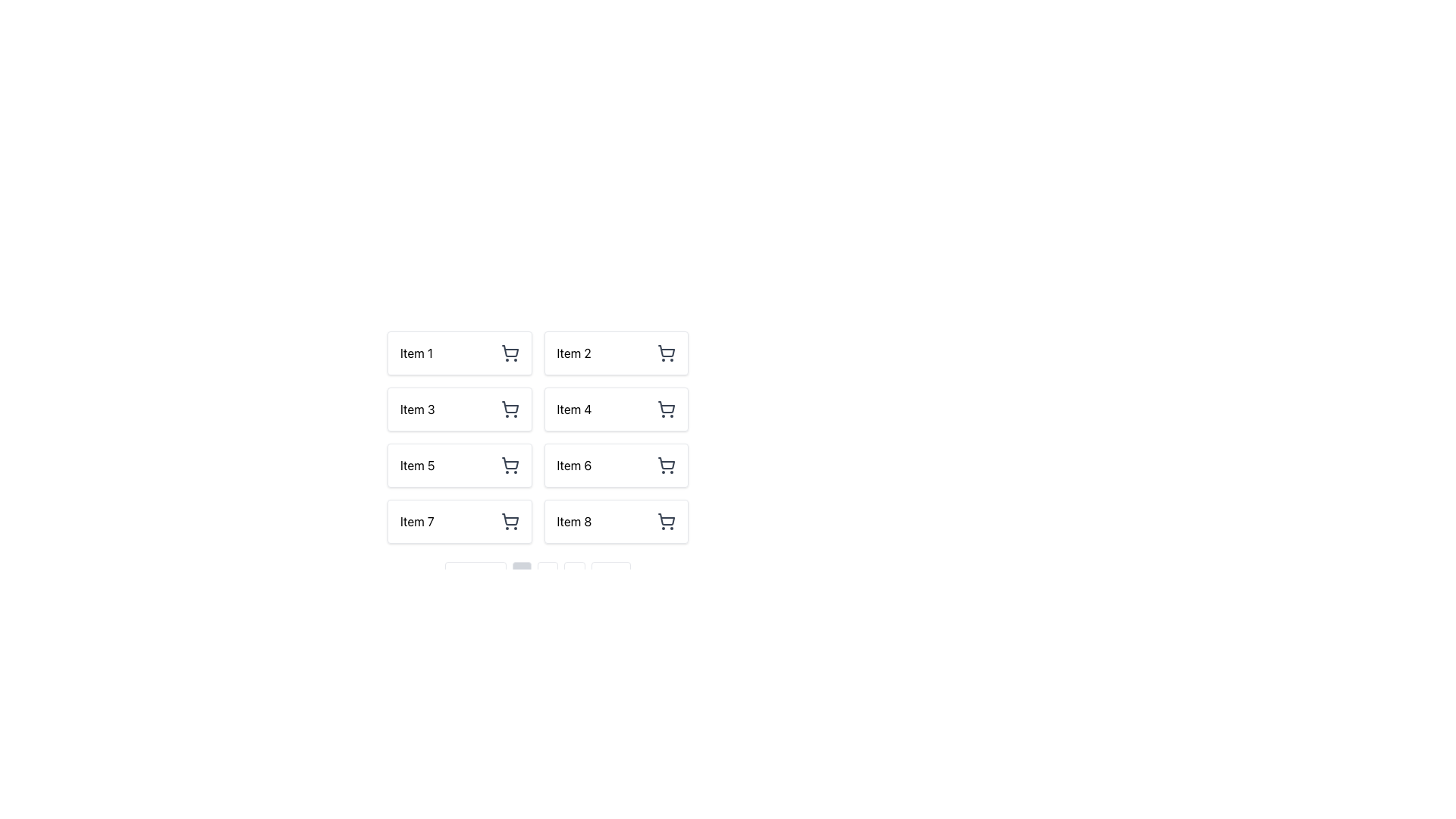  Describe the element at coordinates (510, 520) in the screenshot. I see `the shopping cart icon located within the cell for 'Item 7'` at that location.